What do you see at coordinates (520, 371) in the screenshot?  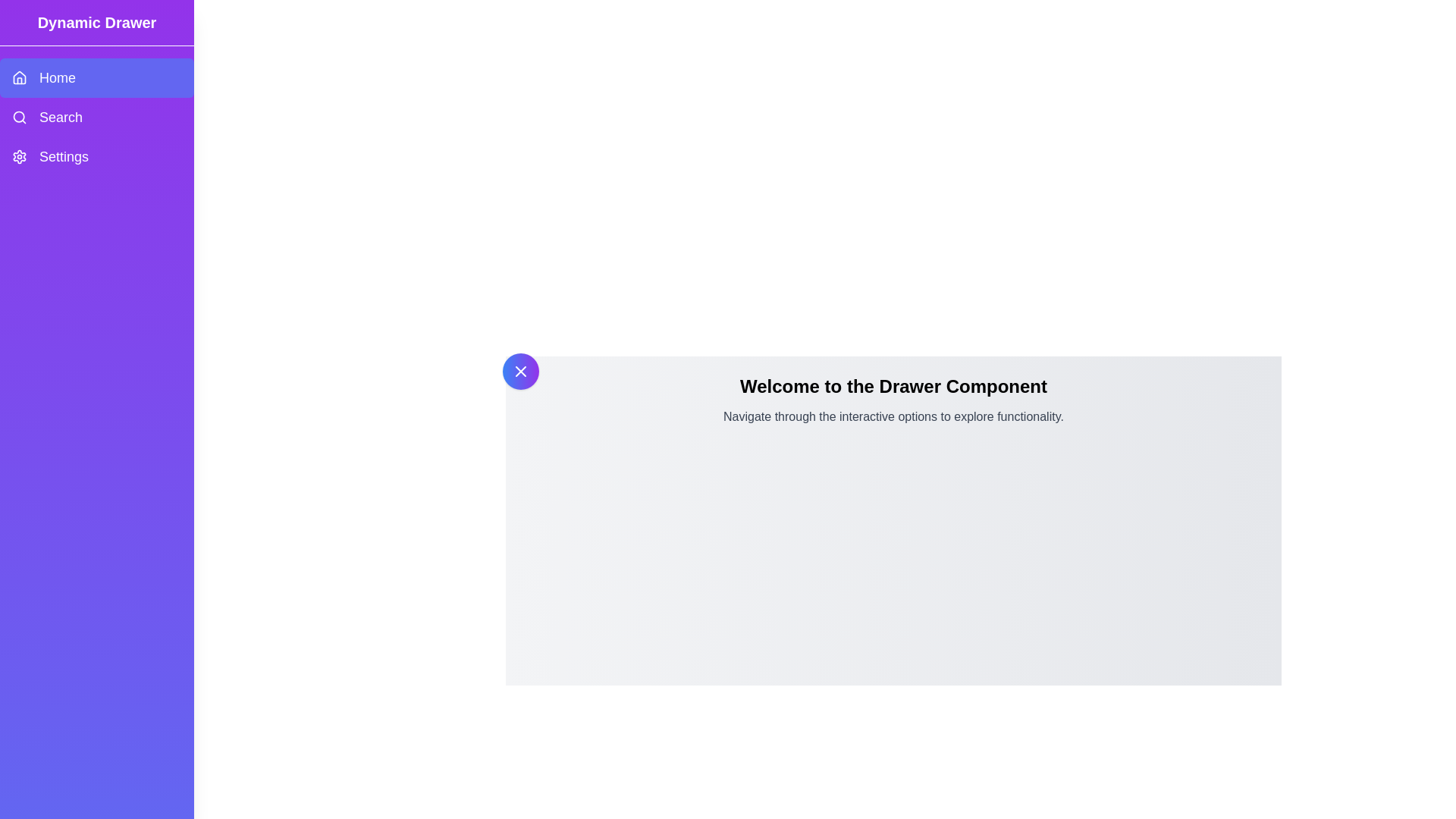 I see `toggle button to change the drawer state` at bounding box center [520, 371].